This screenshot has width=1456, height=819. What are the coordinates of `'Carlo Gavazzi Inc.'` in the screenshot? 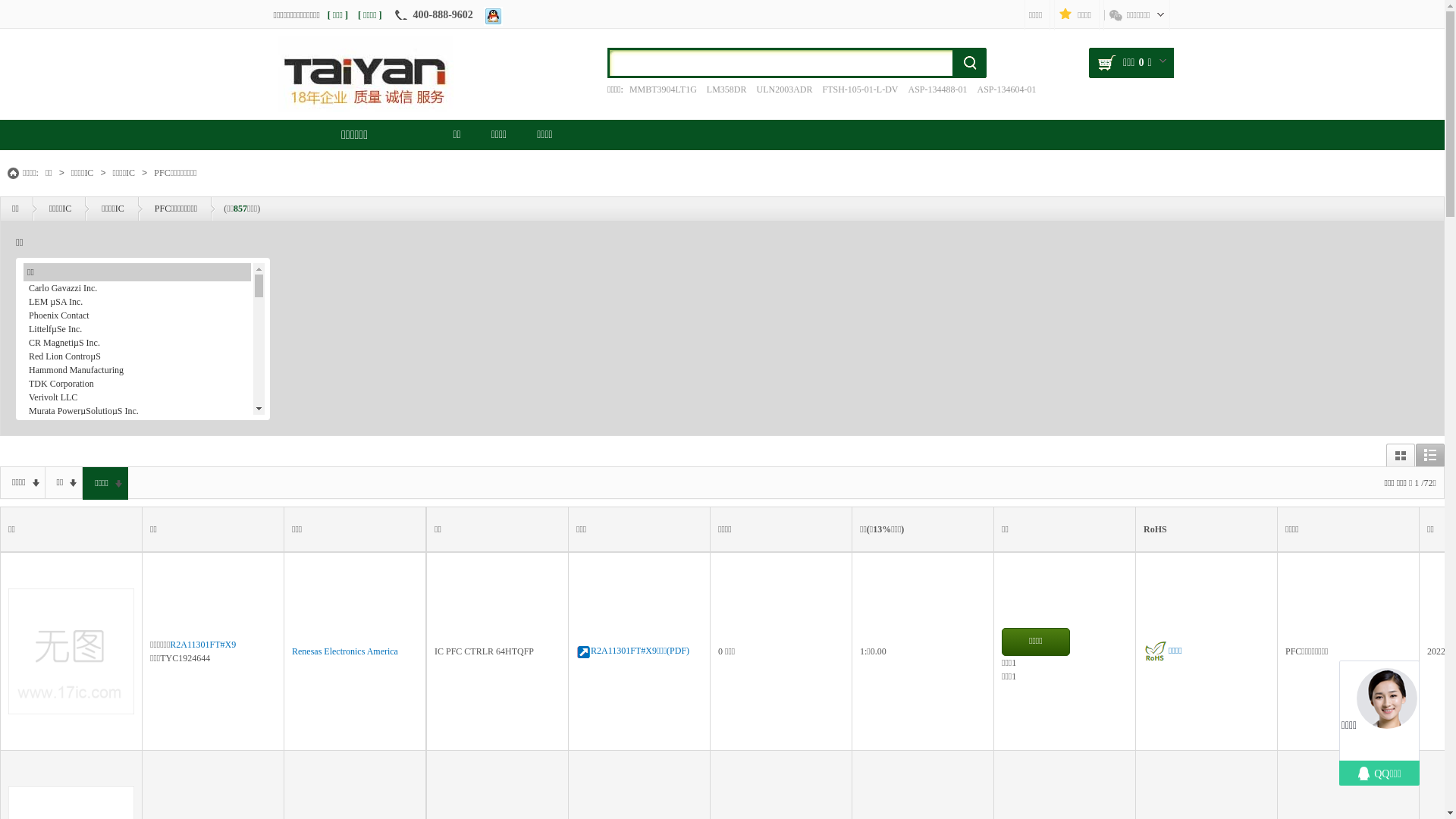 It's located at (137, 288).